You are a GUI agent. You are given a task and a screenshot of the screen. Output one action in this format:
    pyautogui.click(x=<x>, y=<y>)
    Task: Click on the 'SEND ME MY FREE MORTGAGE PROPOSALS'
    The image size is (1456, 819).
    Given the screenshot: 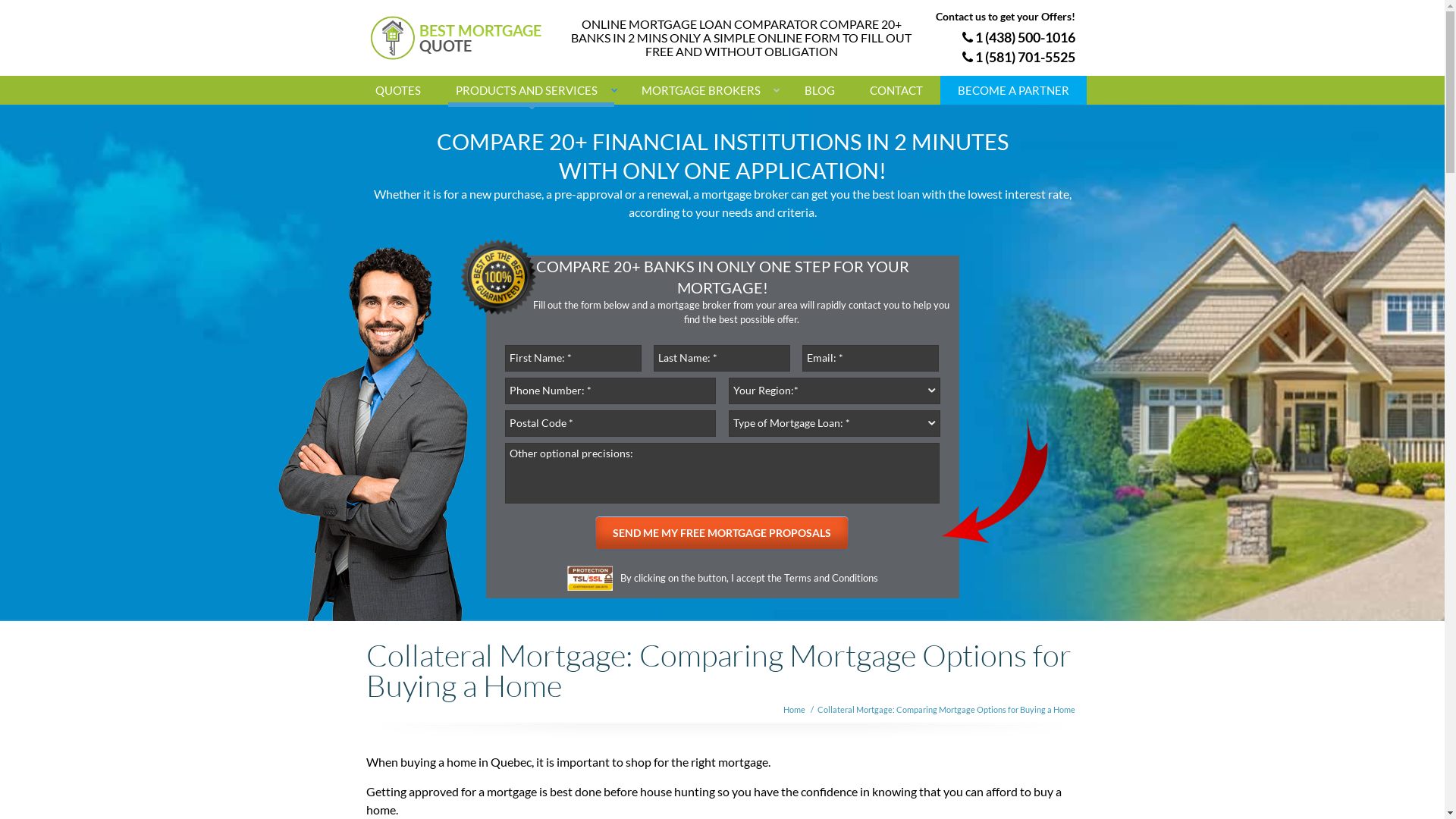 What is the action you would take?
    pyautogui.click(x=720, y=532)
    